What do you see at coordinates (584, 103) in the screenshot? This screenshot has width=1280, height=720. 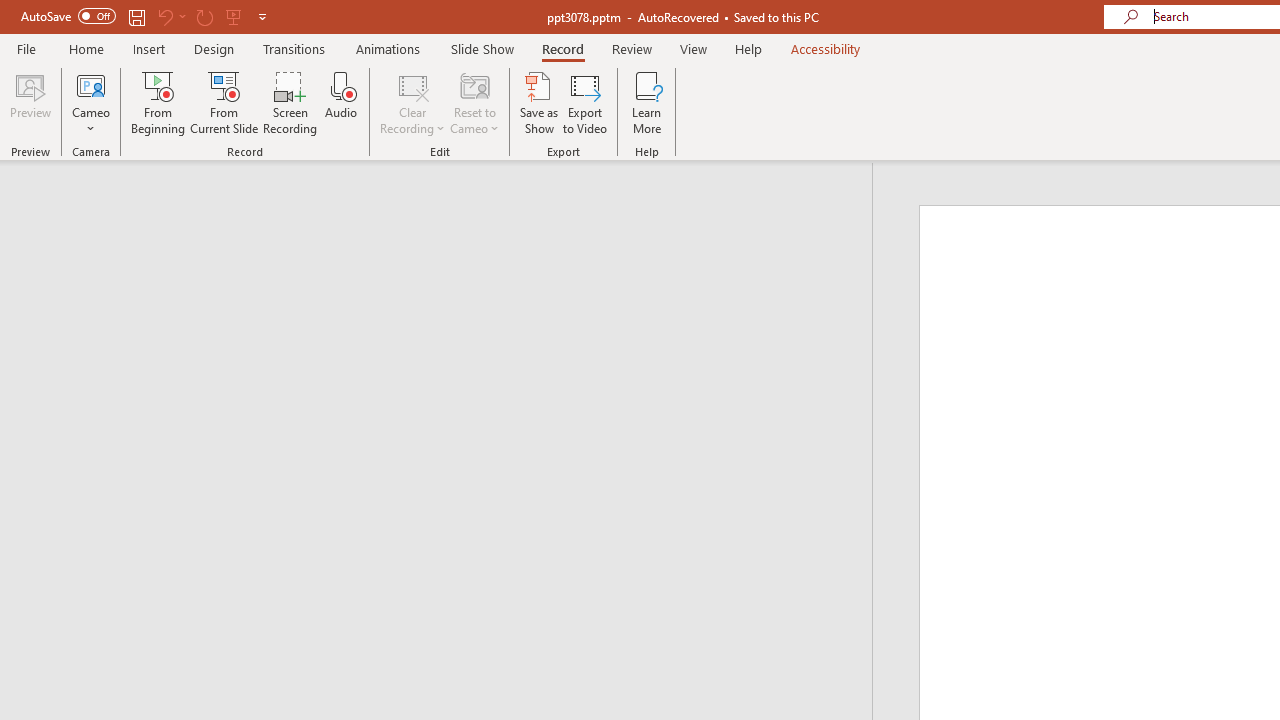 I see `'Export to Video'` at bounding box center [584, 103].